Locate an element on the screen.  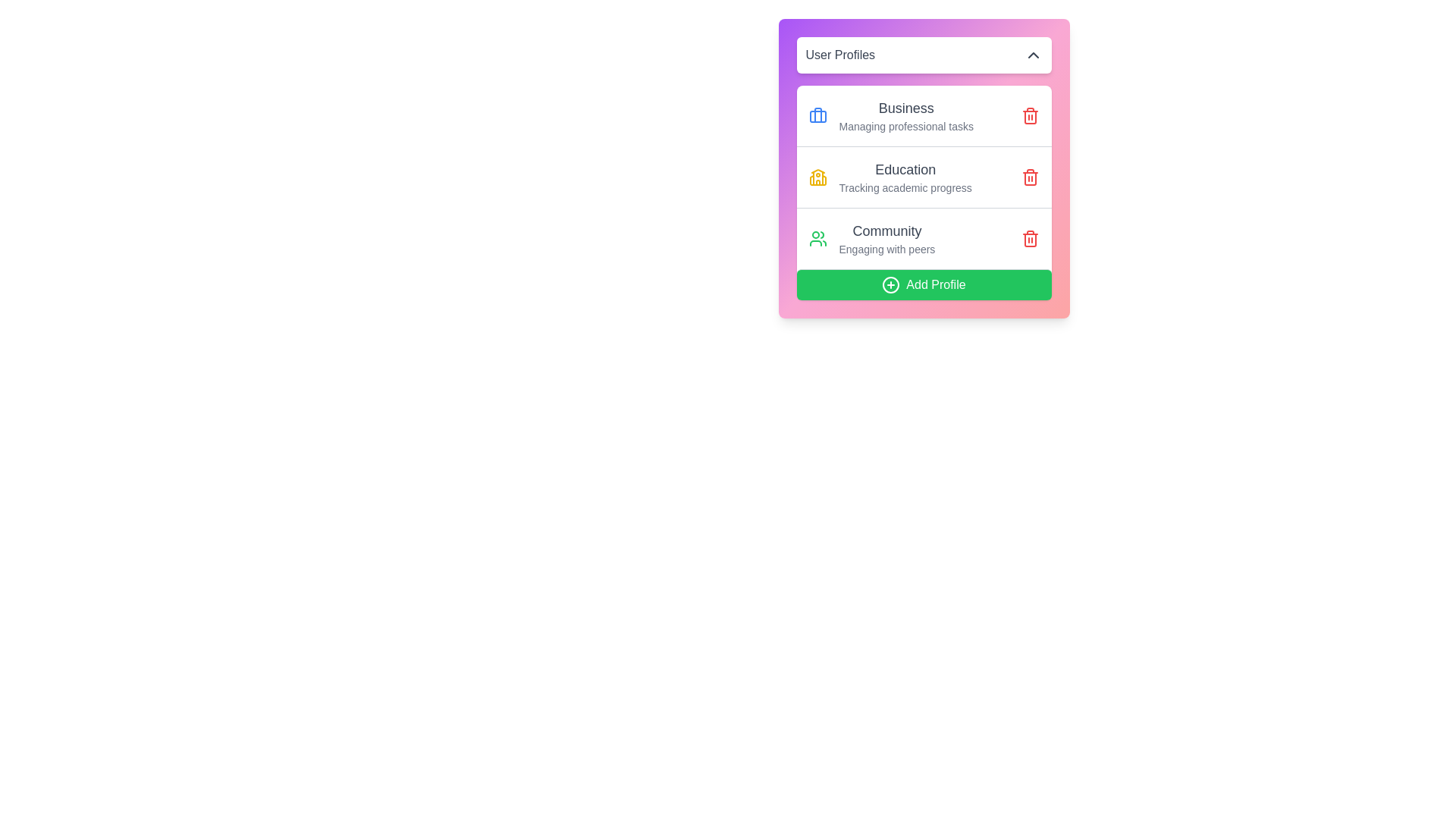
the red trash can icon is located at coordinates (1030, 177).